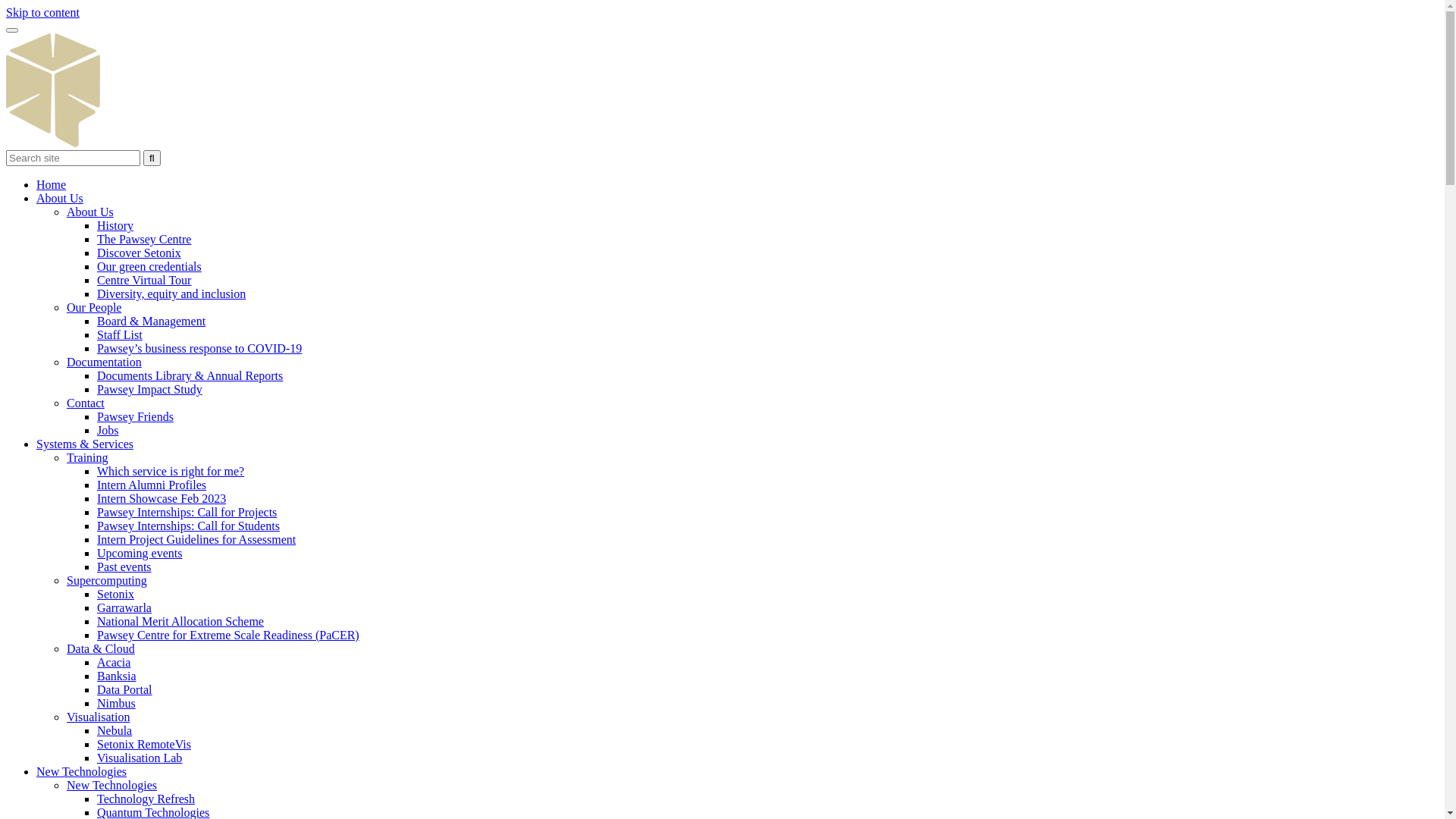 Image resolution: width=1456 pixels, height=819 pixels. What do you see at coordinates (115, 675) in the screenshot?
I see `'Banksia'` at bounding box center [115, 675].